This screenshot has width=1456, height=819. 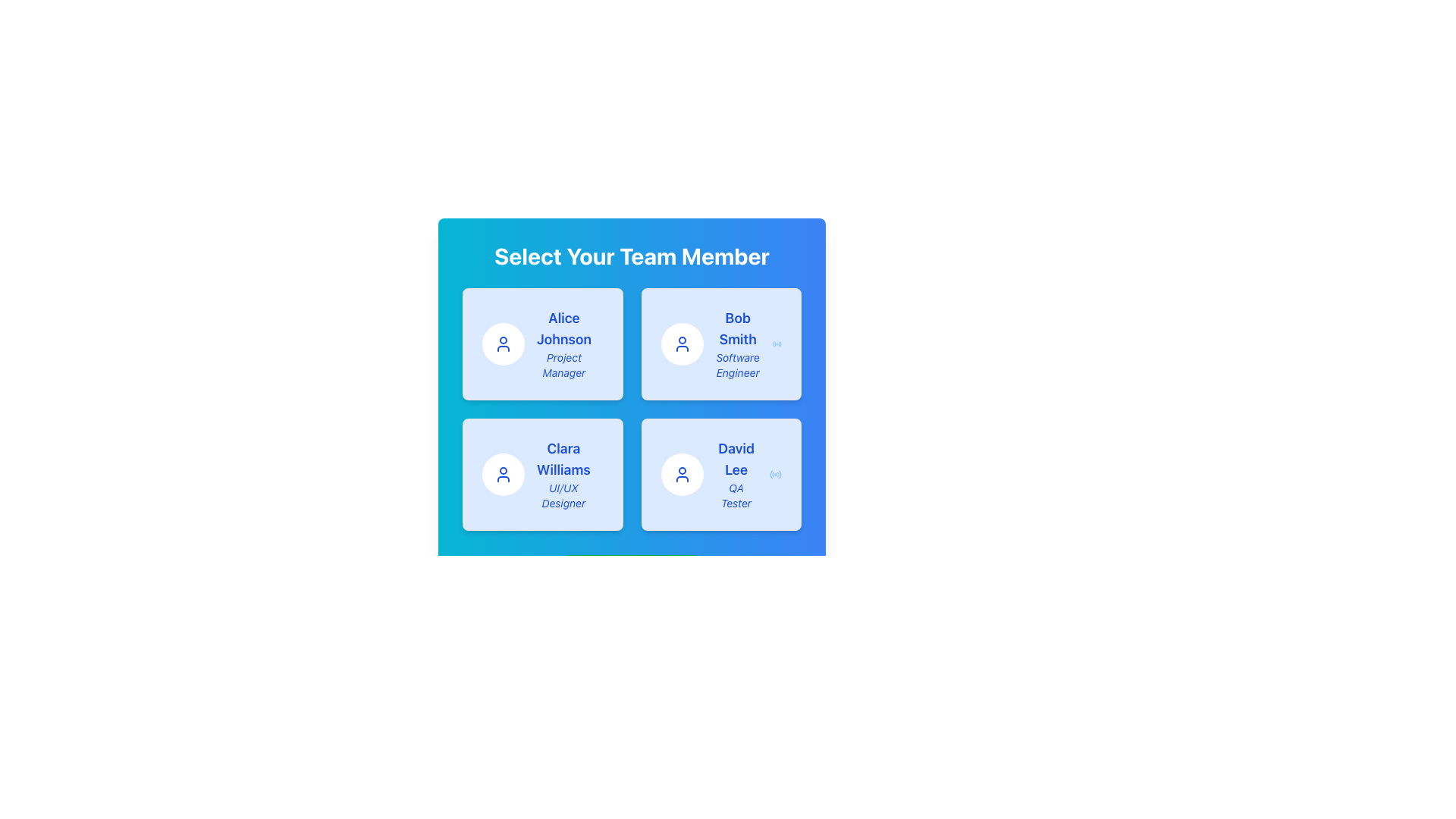 I want to click on text label indicating the professional role 'QA Tester' for the individual 'David Lee', located at the bottom of the card in the interface, so click(x=736, y=496).